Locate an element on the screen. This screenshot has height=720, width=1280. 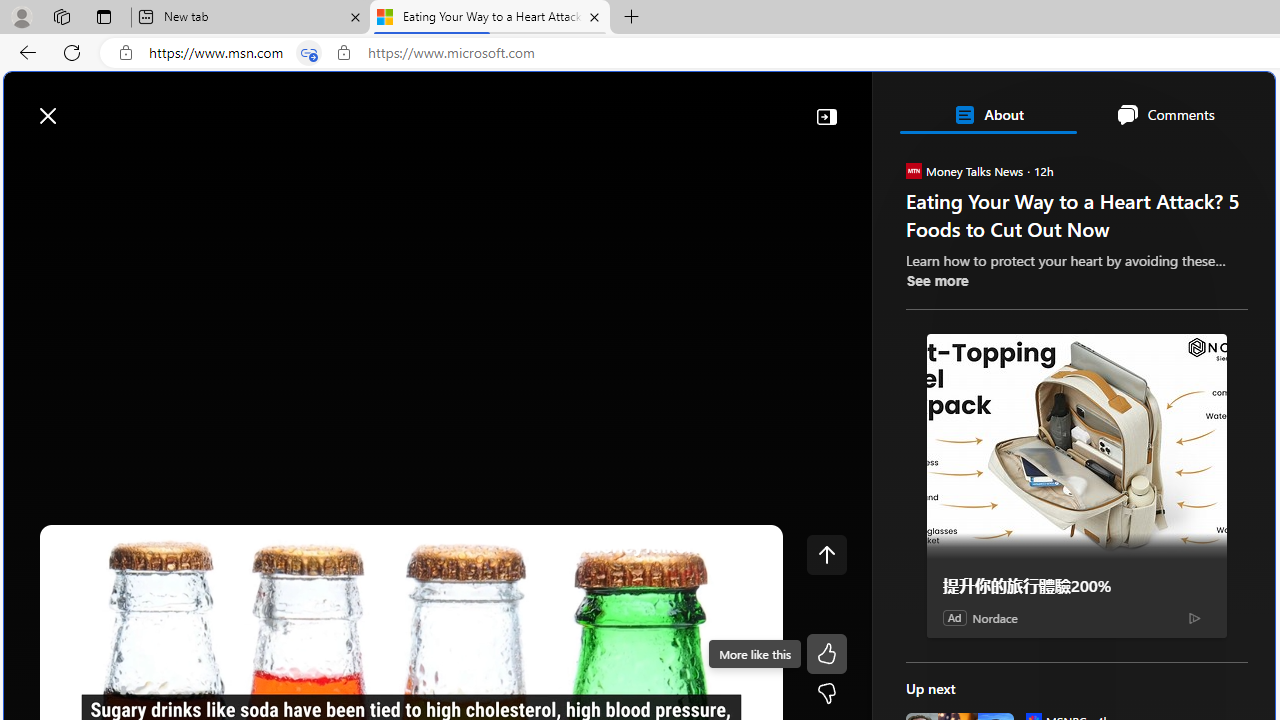
'Like' is located at coordinates (826, 654).